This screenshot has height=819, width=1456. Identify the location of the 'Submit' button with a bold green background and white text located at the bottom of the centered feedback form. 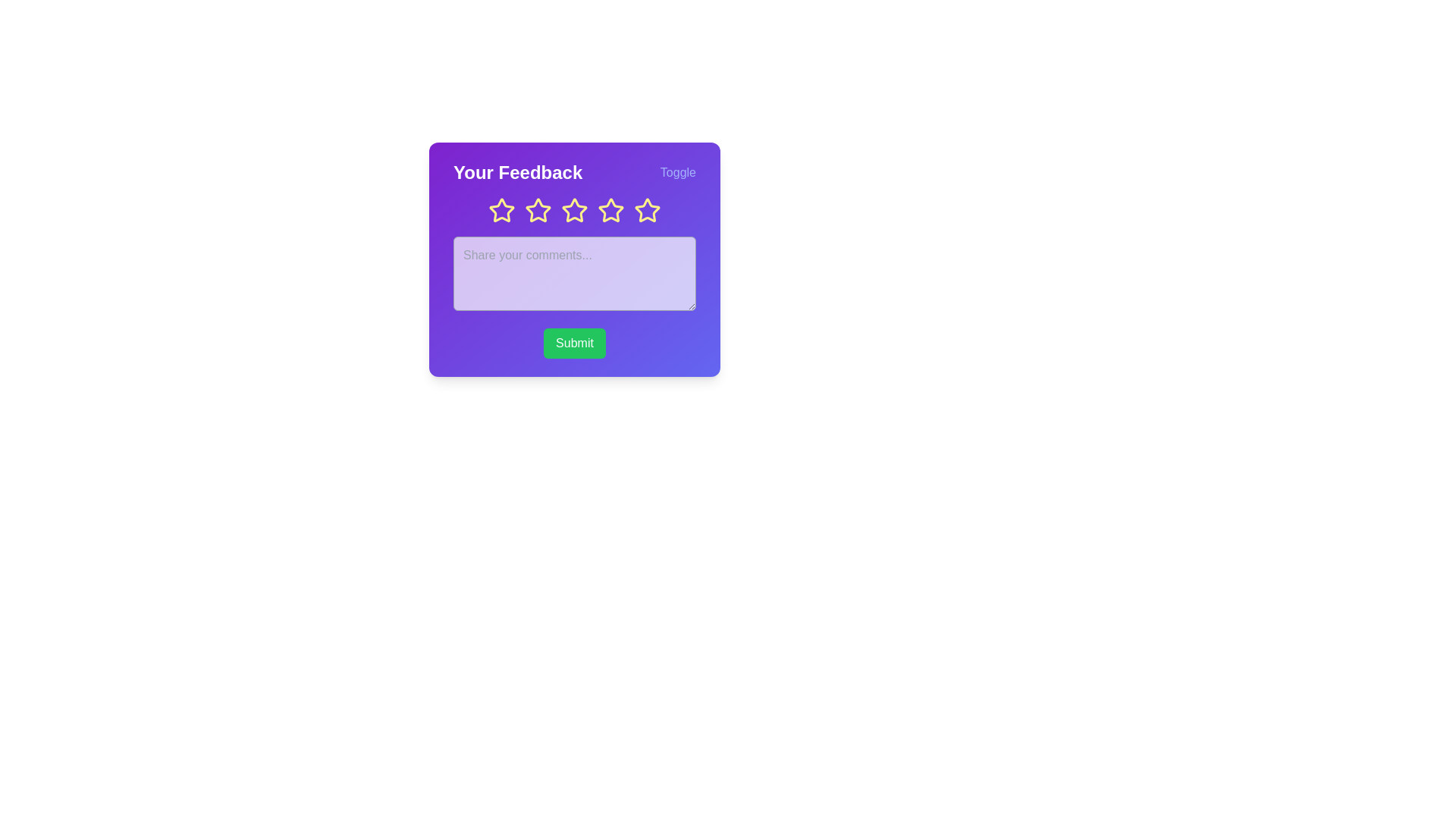
(574, 343).